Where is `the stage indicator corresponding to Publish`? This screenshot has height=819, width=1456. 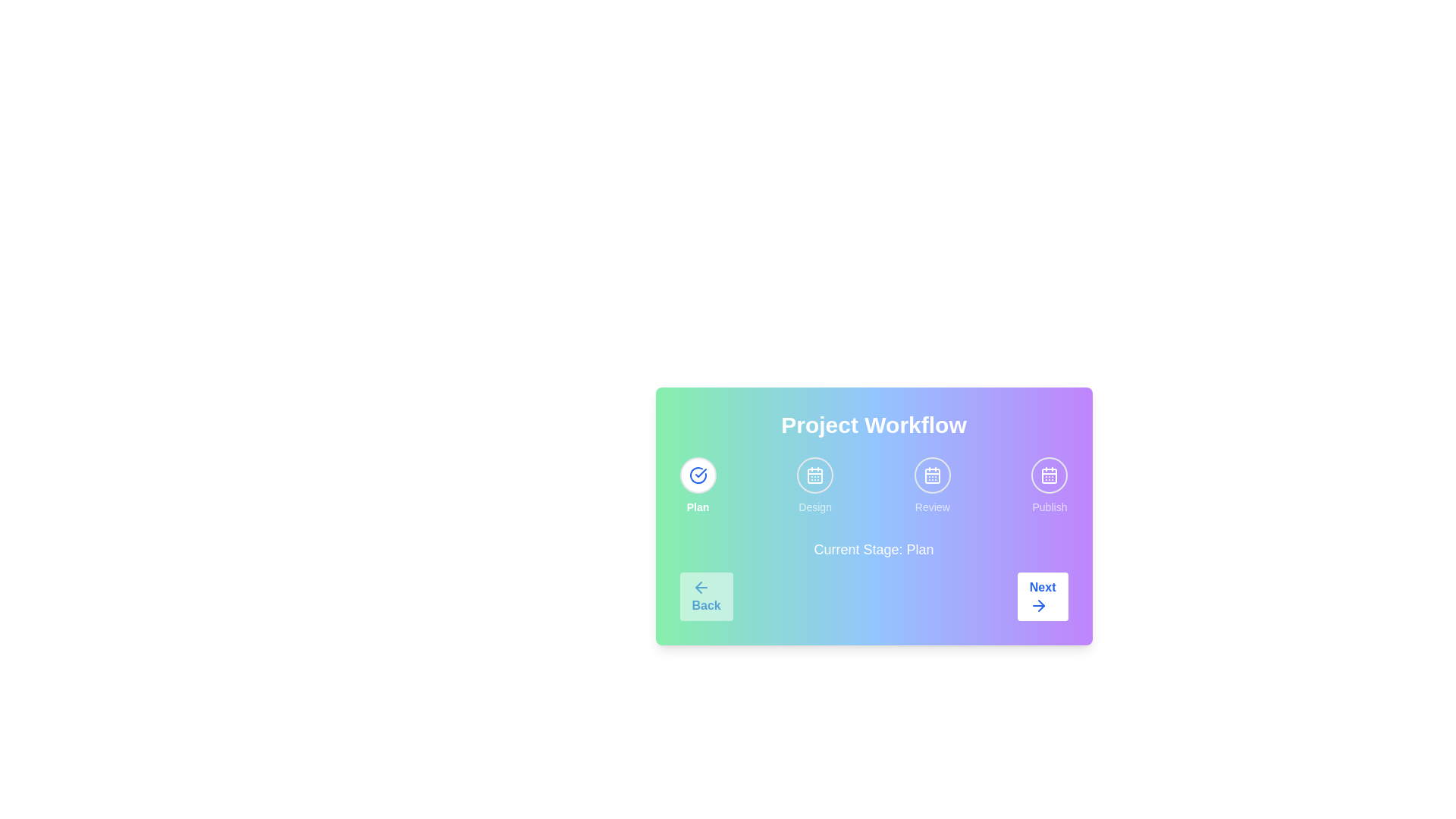
the stage indicator corresponding to Publish is located at coordinates (1049, 475).